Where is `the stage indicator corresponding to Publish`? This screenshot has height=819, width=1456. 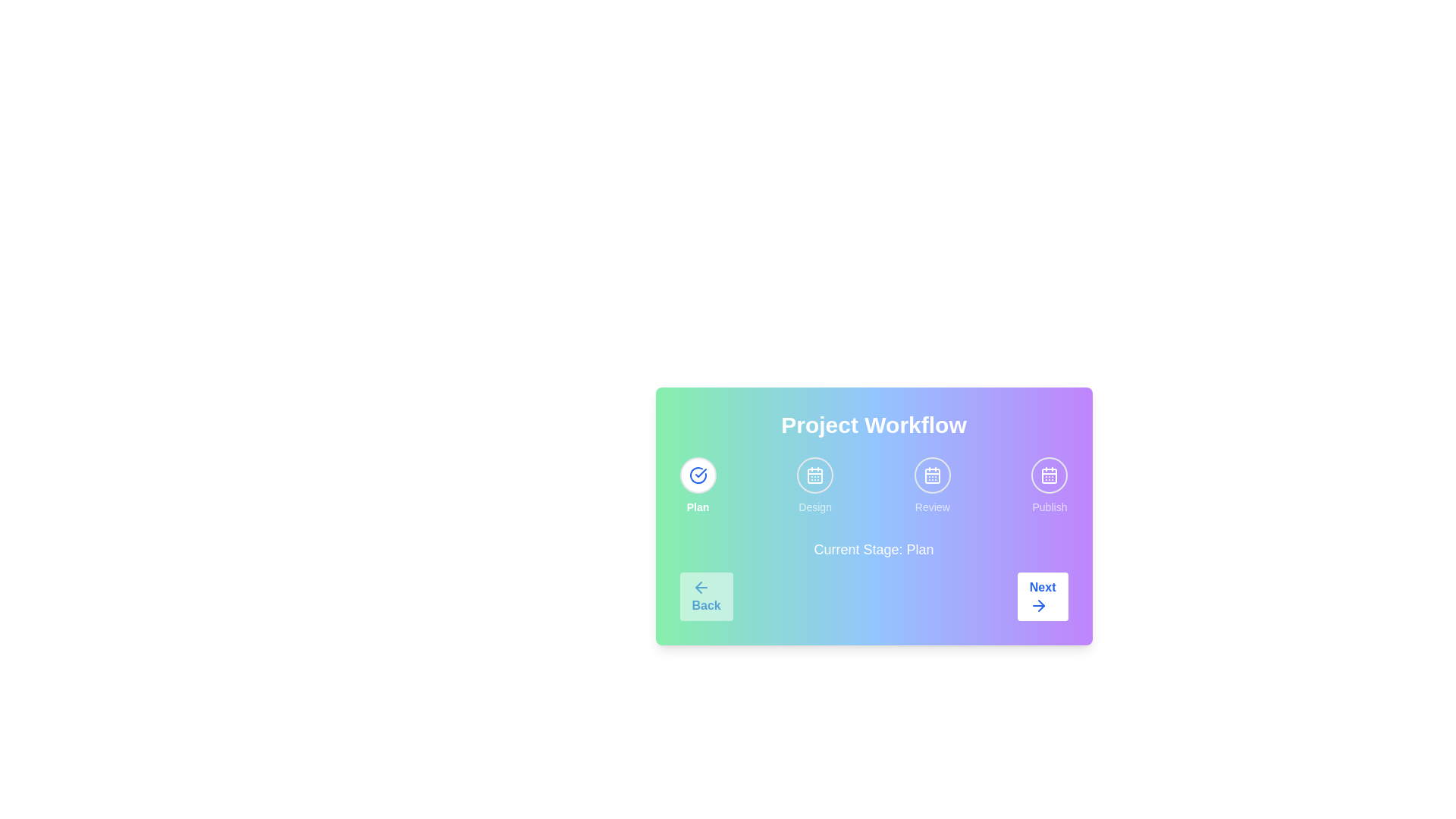
the stage indicator corresponding to Publish is located at coordinates (1049, 475).